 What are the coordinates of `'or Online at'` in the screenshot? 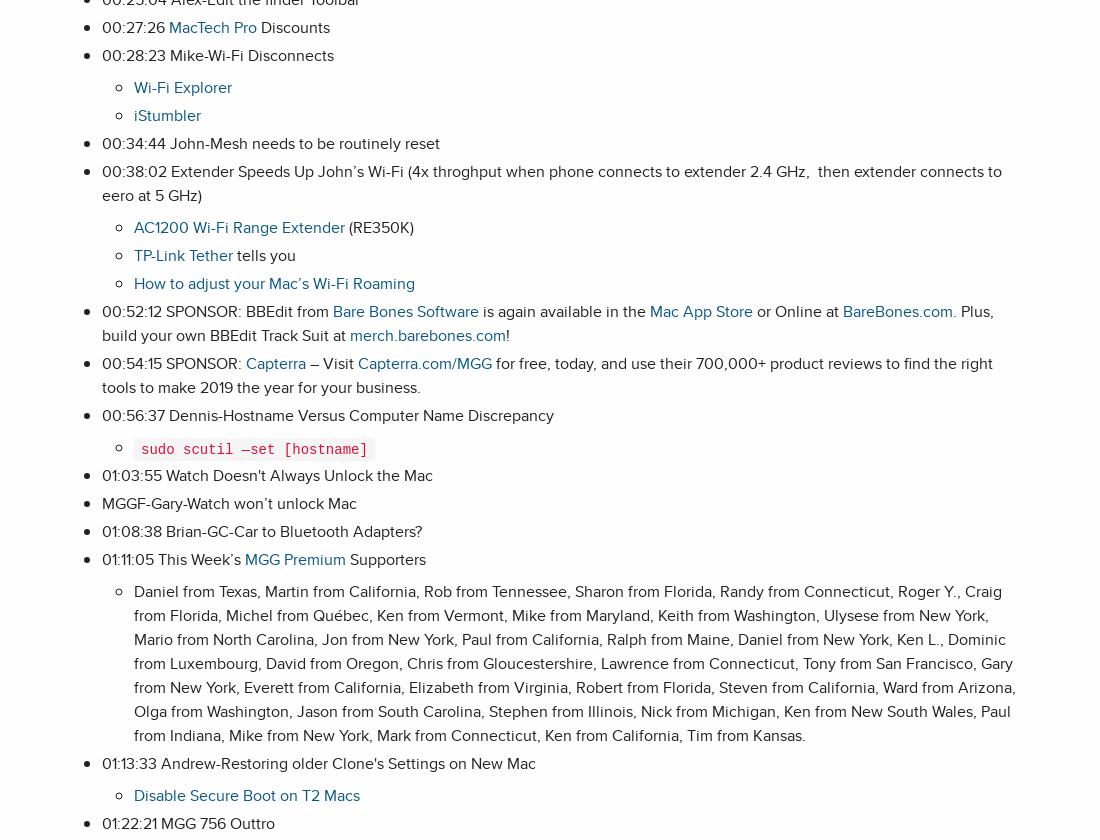 It's located at (751, 311).